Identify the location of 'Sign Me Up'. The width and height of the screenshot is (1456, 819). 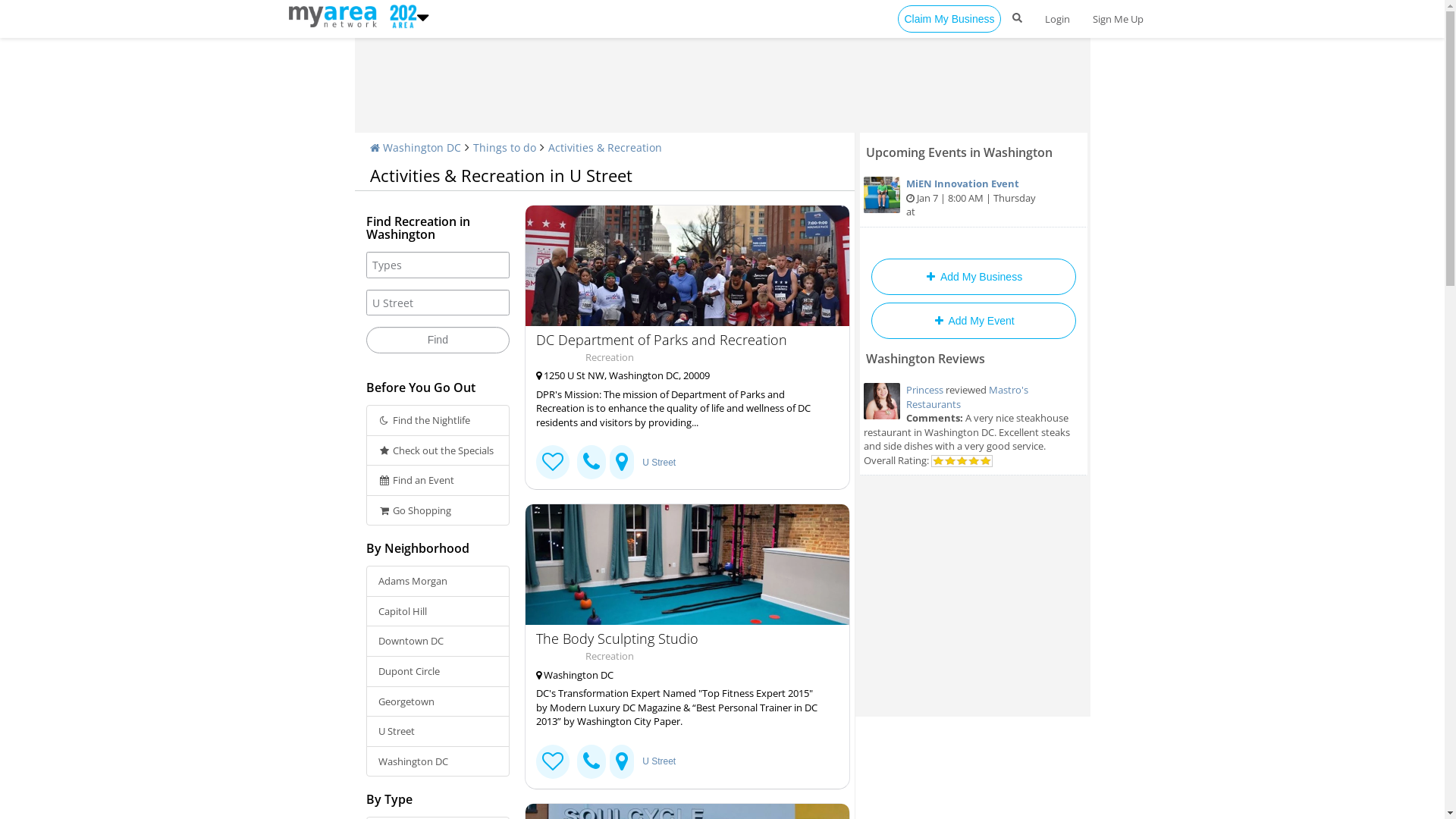
(1118, 18).